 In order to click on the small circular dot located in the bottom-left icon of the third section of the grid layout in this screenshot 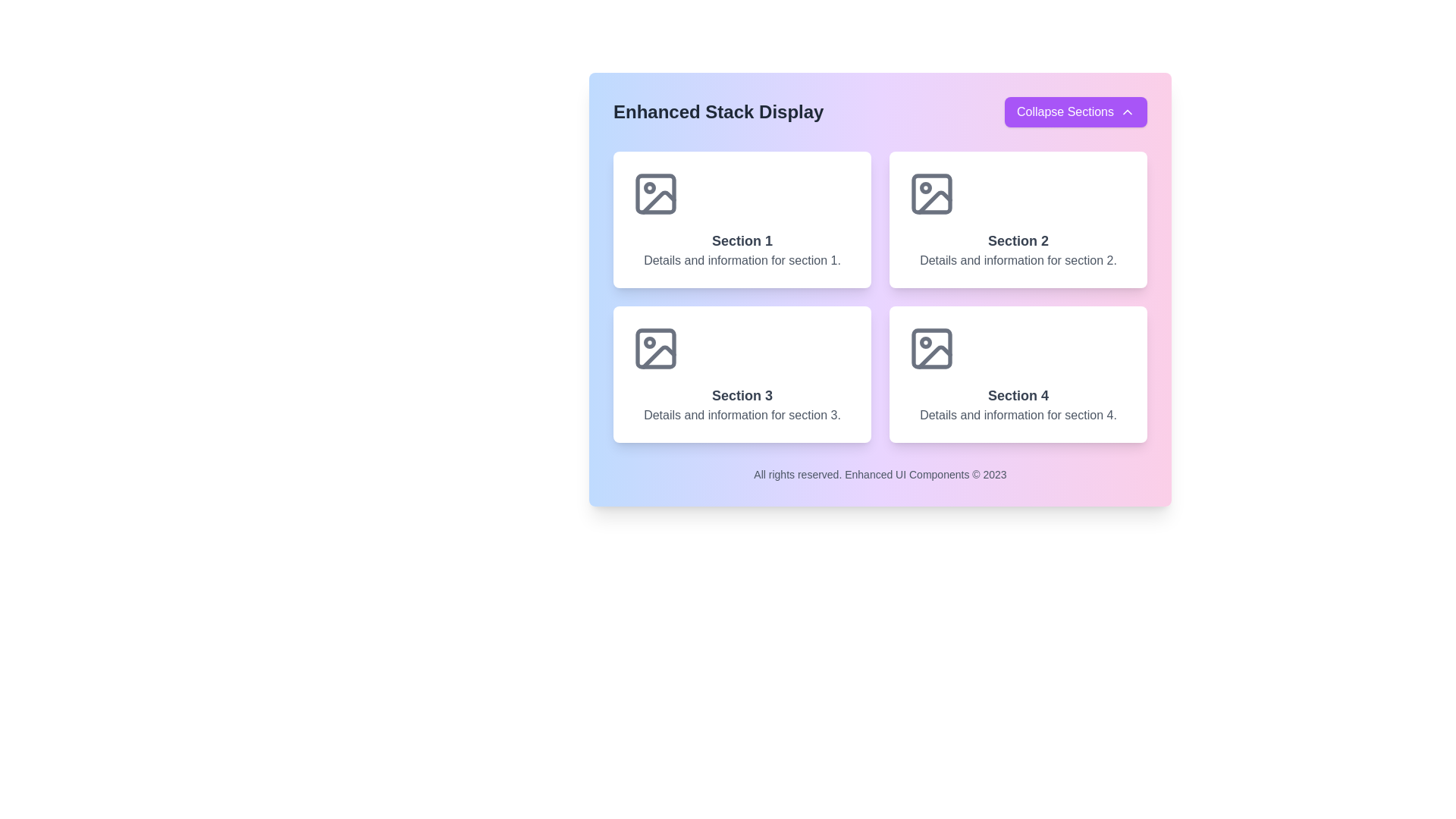, I will do `click(650, 342)`.